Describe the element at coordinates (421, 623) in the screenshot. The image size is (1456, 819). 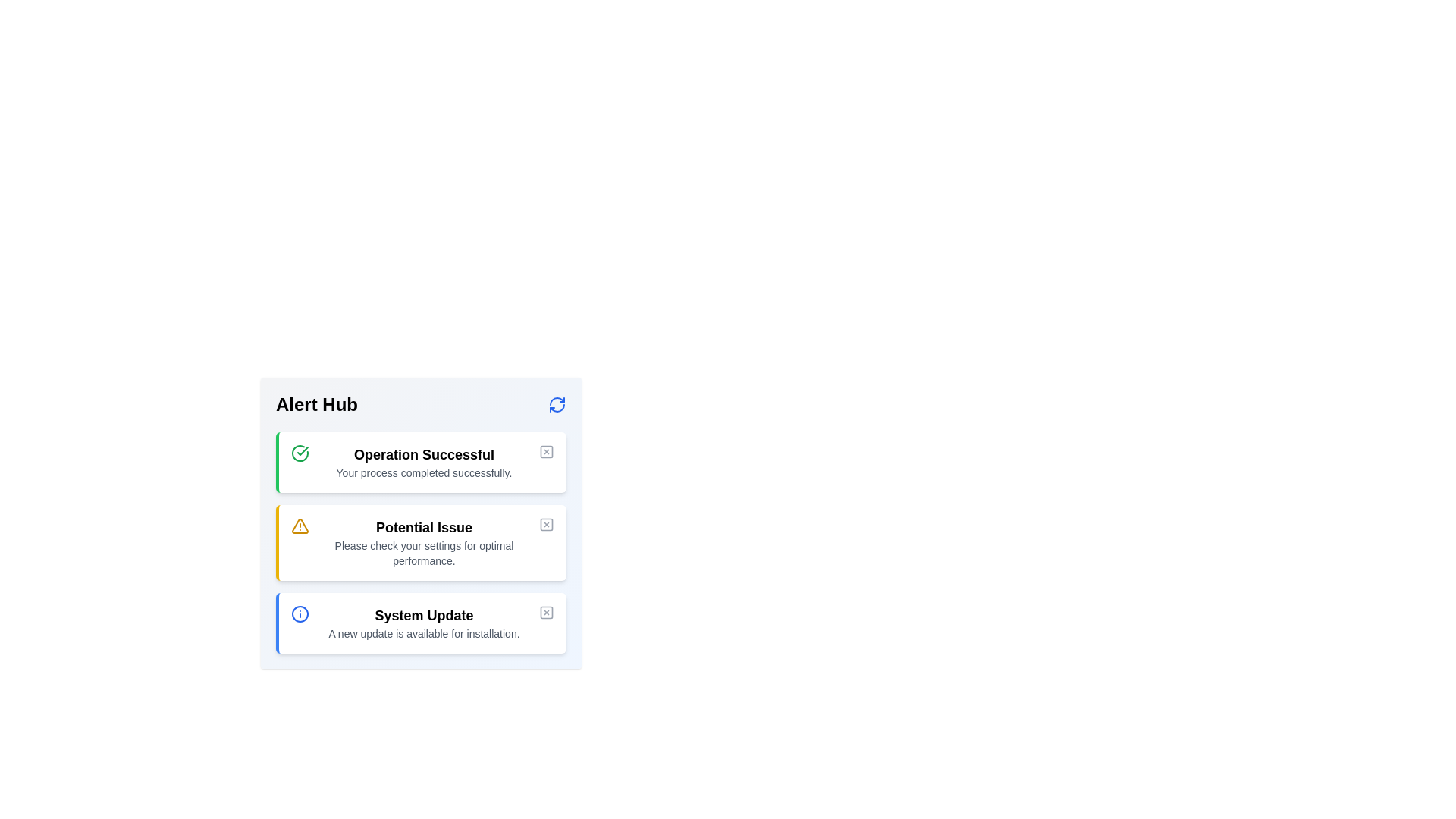
I see `message on the third notification card located in the 'Alert Hub' section, which informs the user about a system update and has a dismissible interaction option` at that location.